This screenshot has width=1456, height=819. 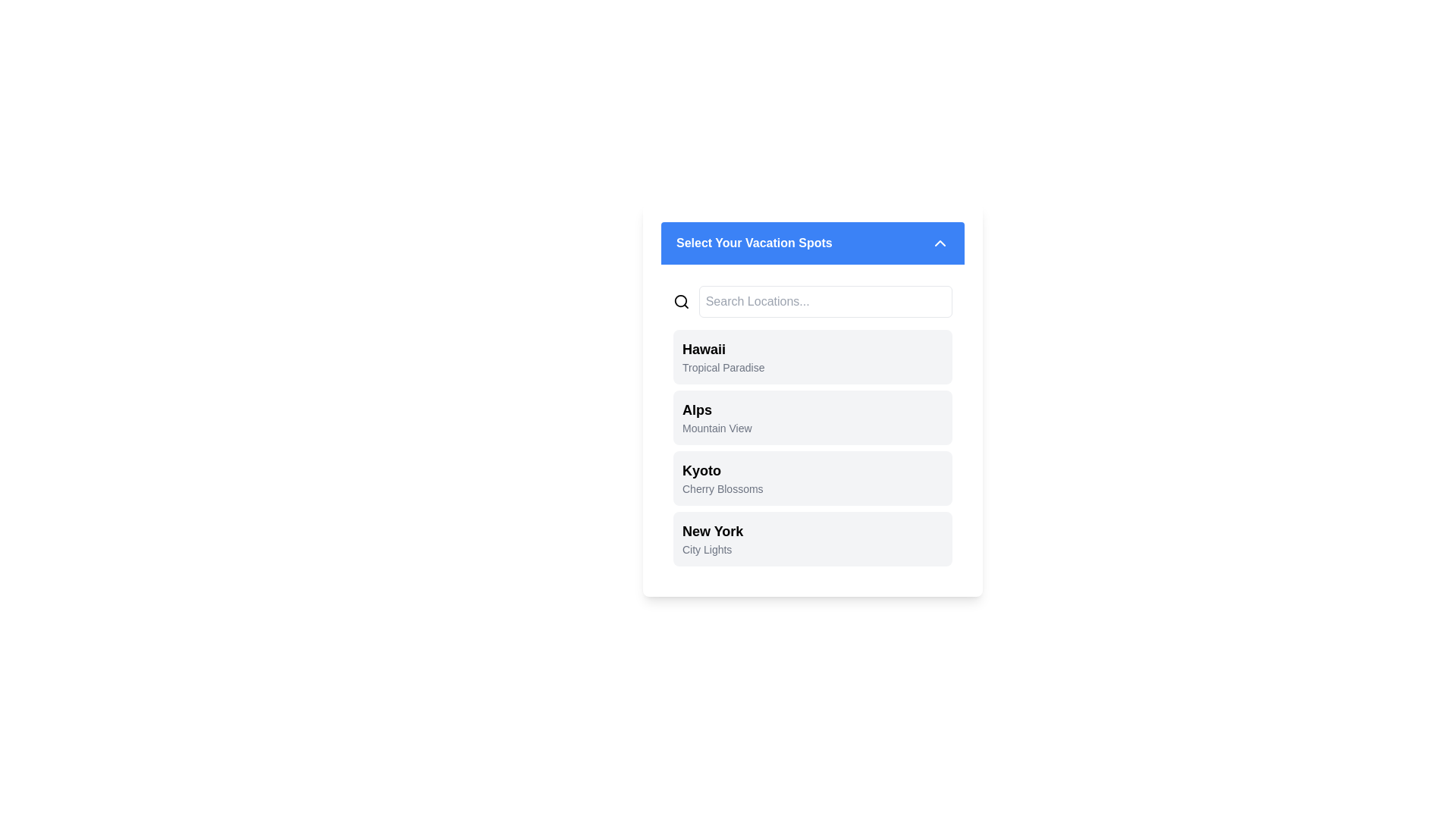 I want to click on the bold 'Hawaii' text element, which is the title of the first destination in the list, so click(x=723, y=350).